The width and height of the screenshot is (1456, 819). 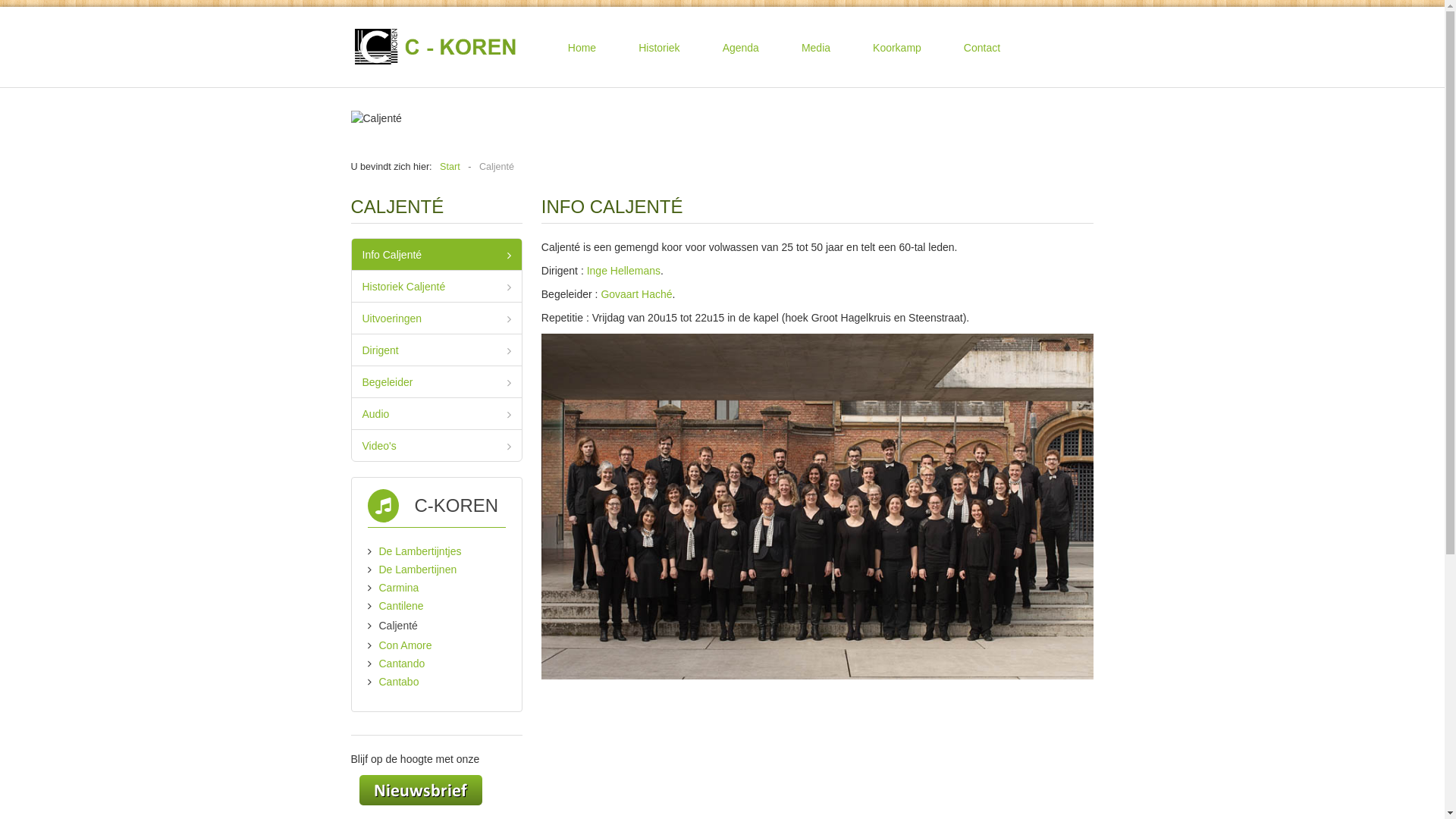 I want to click on 'Uitvoeringen', so click(x=436, y=317).